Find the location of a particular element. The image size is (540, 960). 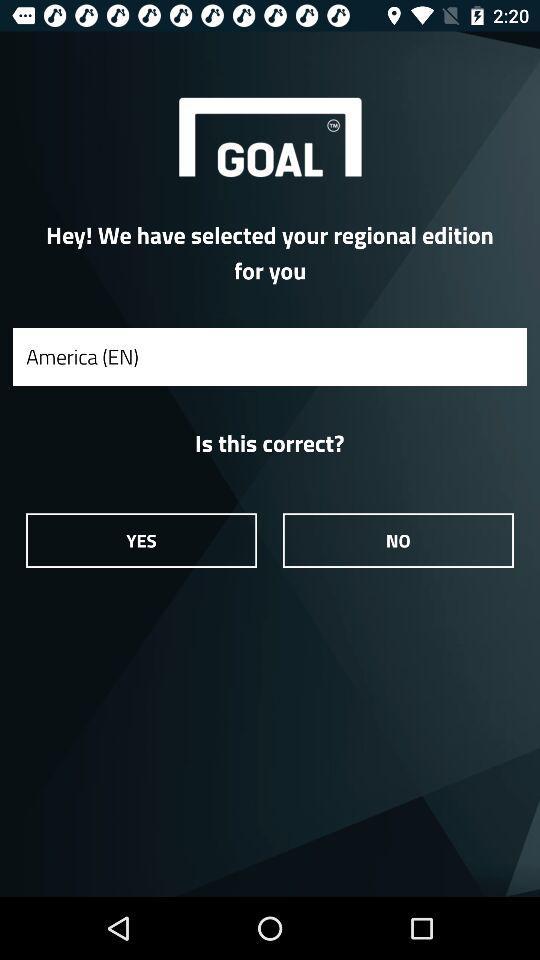

the america (en) is located at coordinates (270, 356).